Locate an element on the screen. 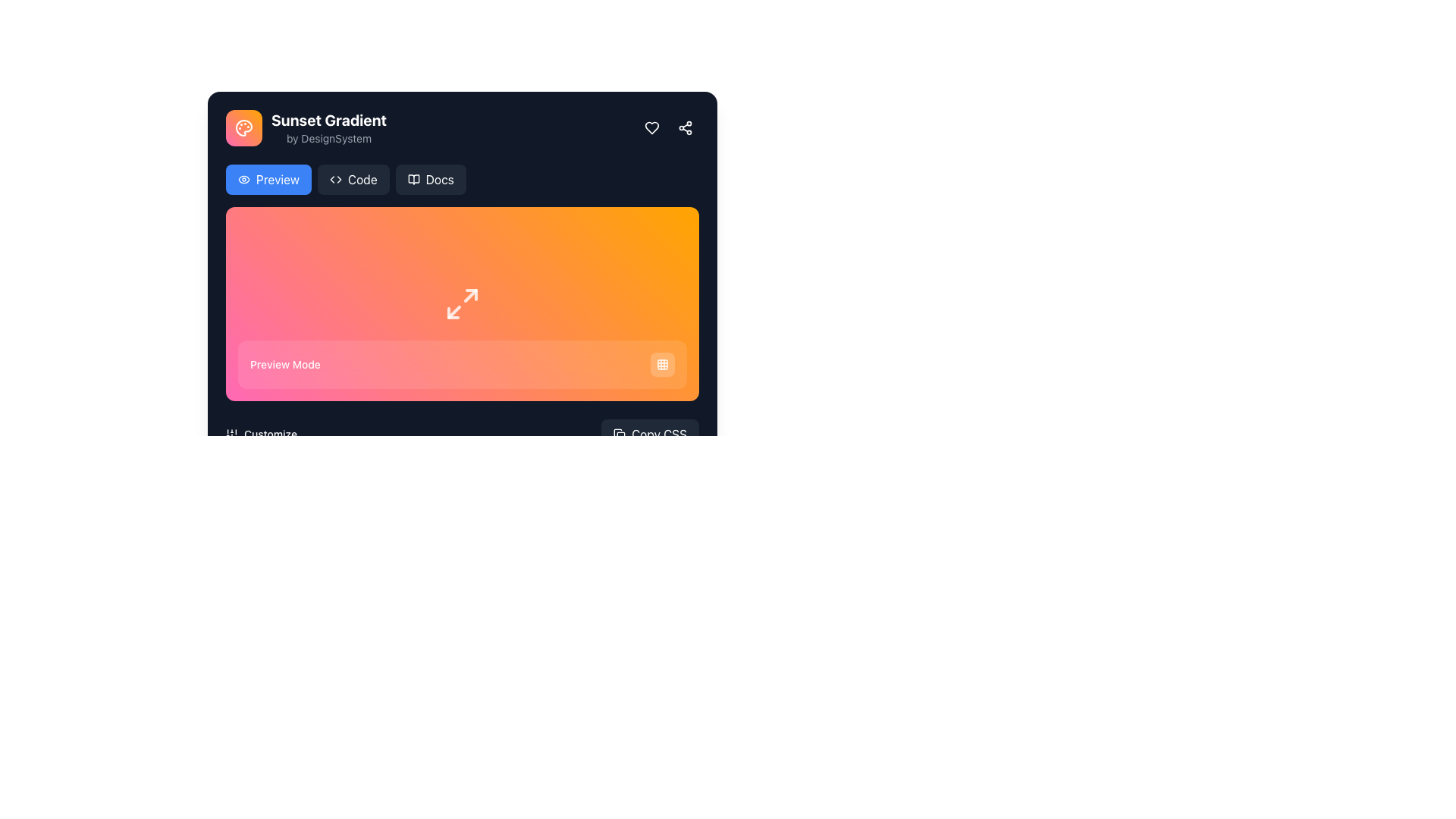 The image size is (1456, 819). the 'Customize' button with the icon of vertical sliders is located at coordinates (262, 435).